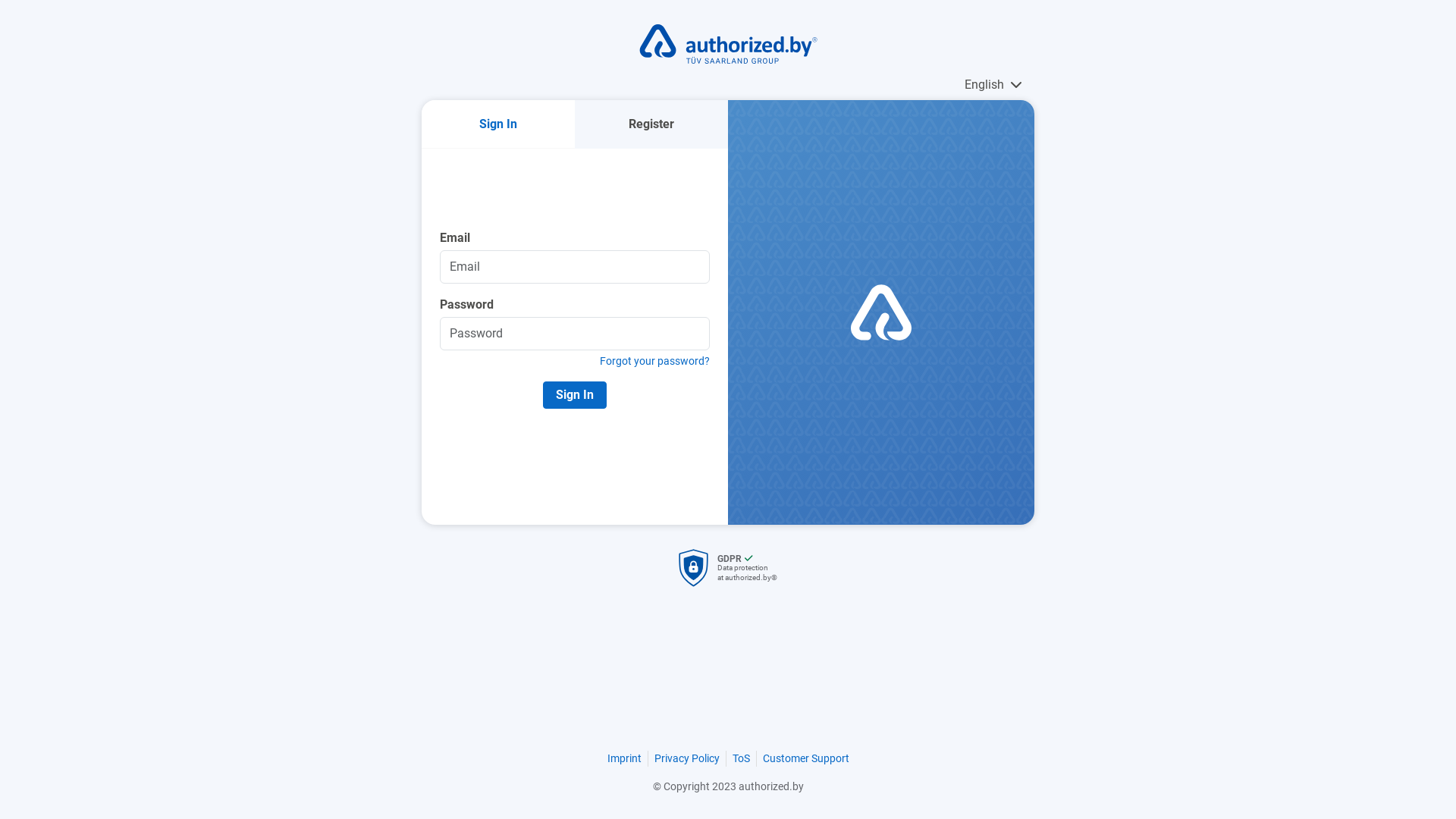 This screenshot has height=819, width=1456. Describe the element at coordinates (805, 758) in the screenshot. I see `'Customer Support'` at that location.